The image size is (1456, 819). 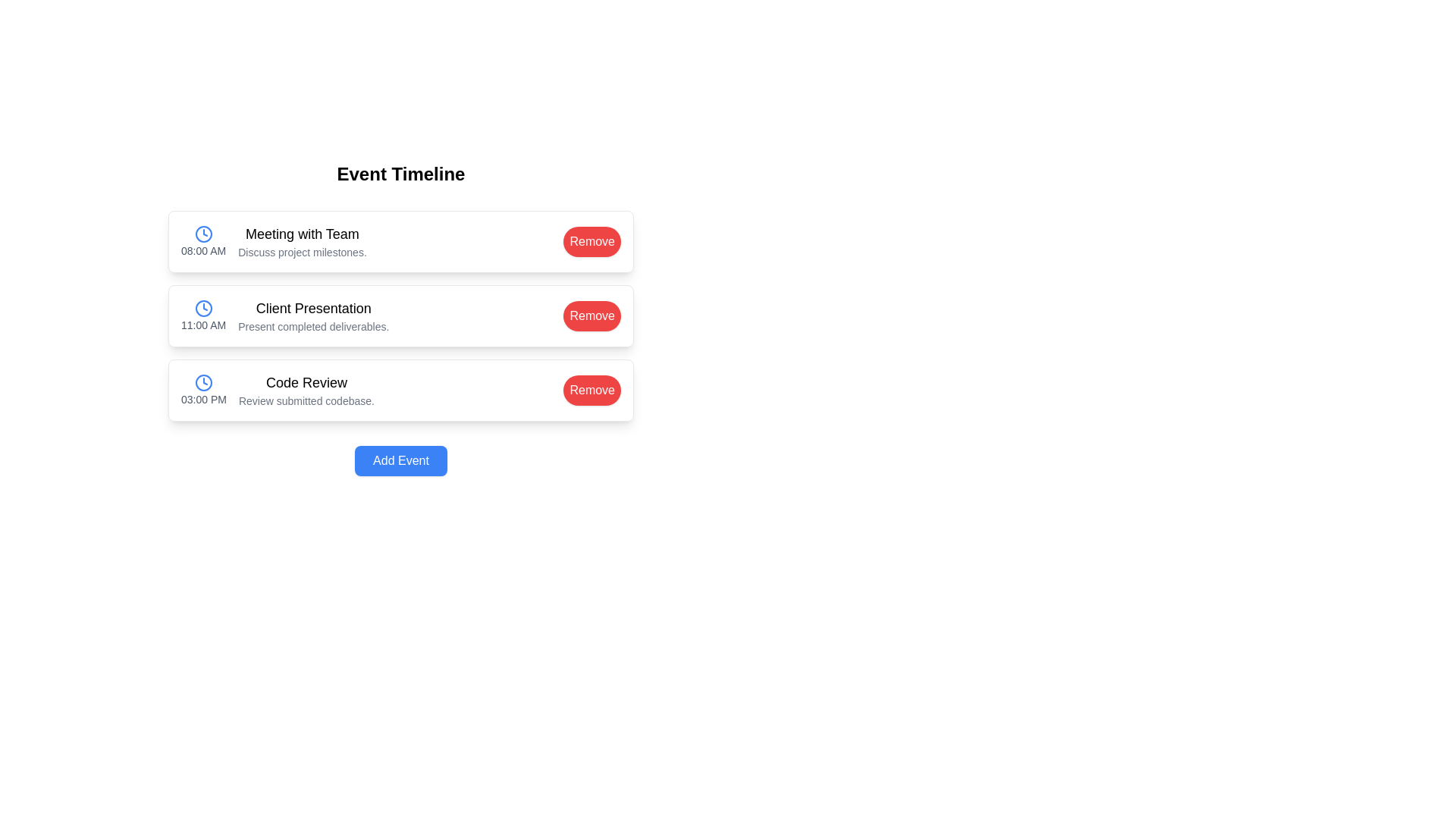 What do you see at coordinates (202, 315) in the screenshot?
I see `the Time display element, which consists of a blue clock icon above the text '11:00 AM' in small gray font, positioned in the second row of the event list, to the left of the 'Client Presentation' event` at bounding box center [202, 315].